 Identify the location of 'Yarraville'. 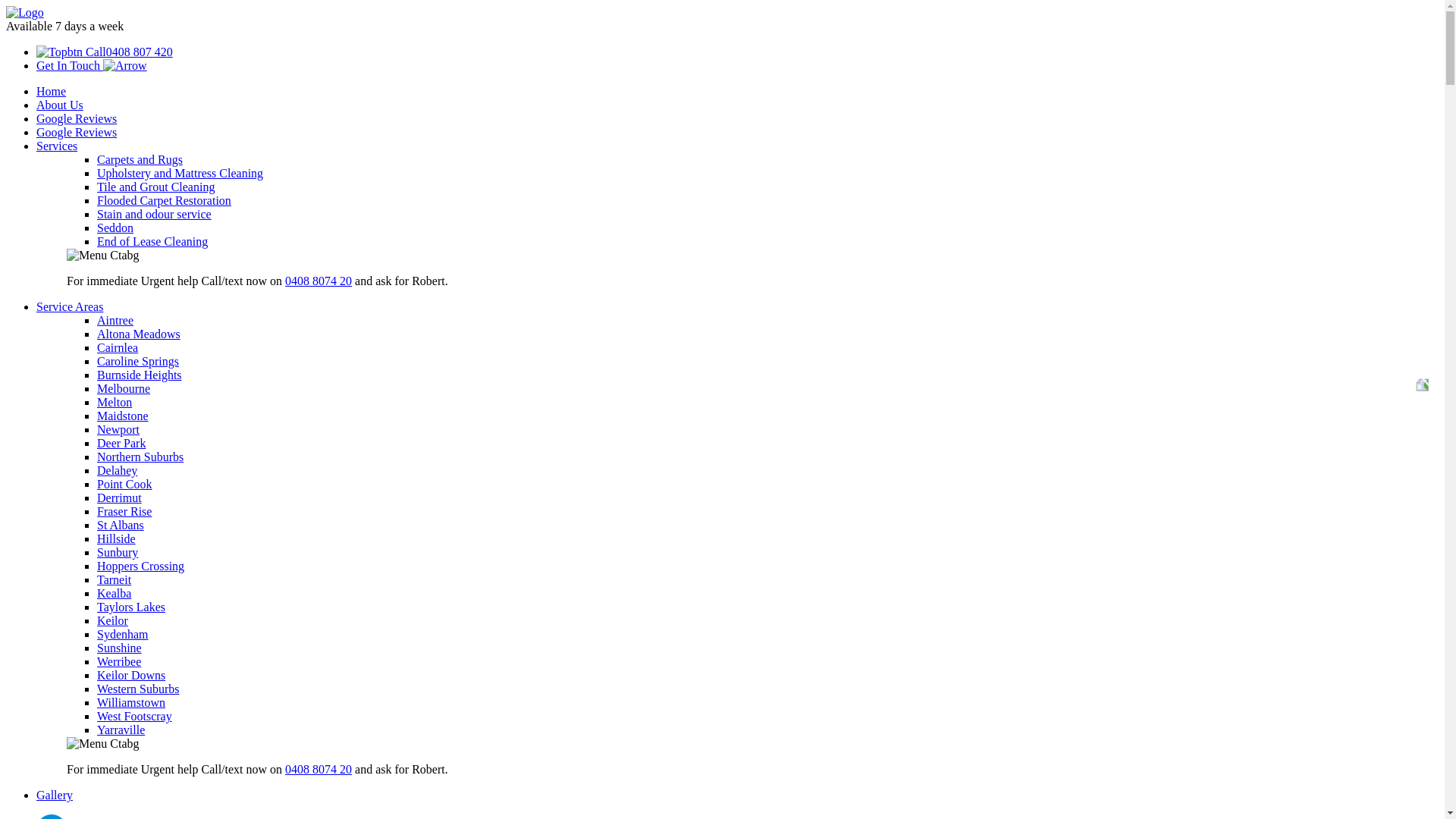
(96, 729).